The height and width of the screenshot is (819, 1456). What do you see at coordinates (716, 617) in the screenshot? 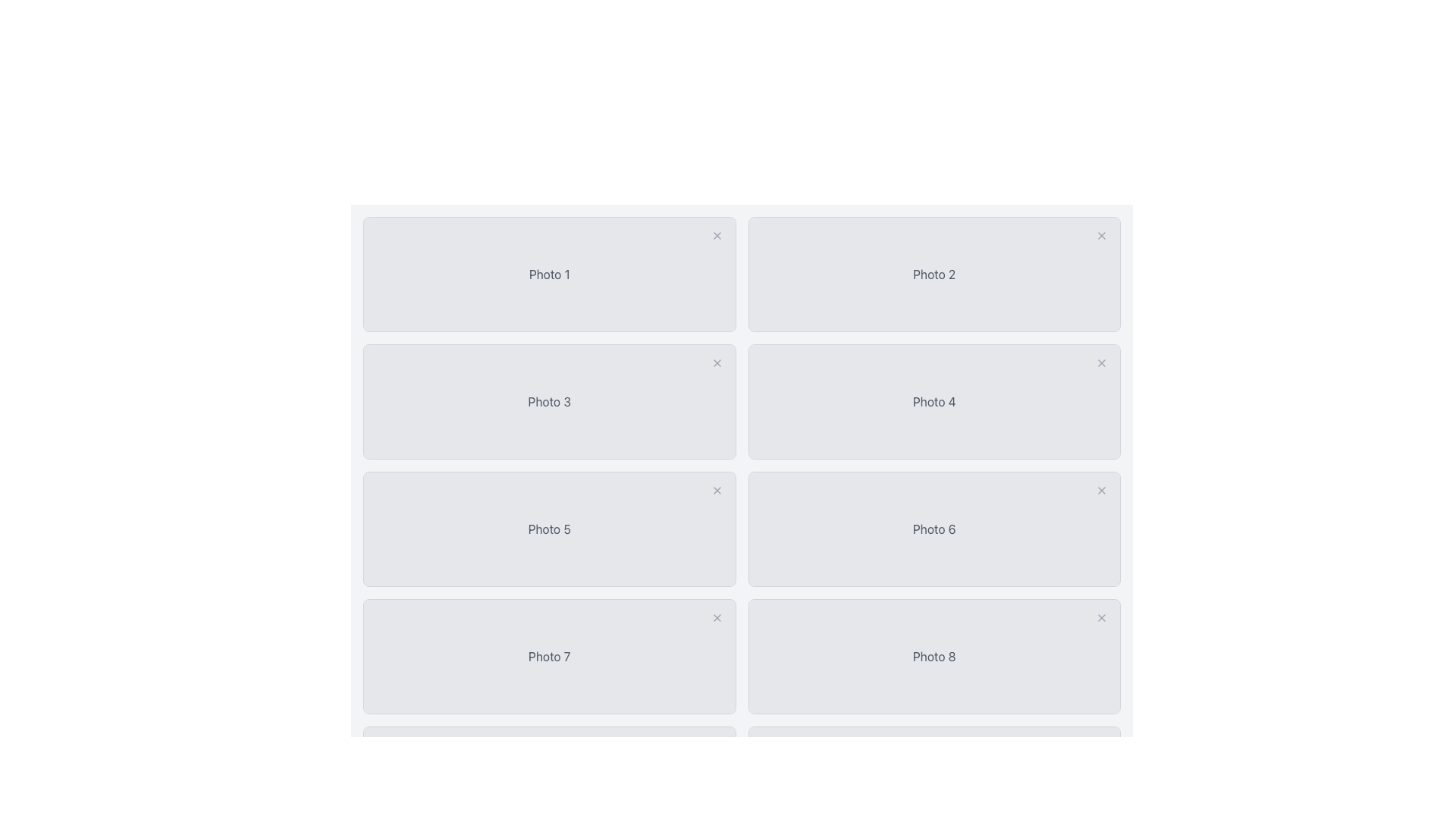
I see `the 'X' icon button located at the upper-right corner of the 'Photo 7' component` at bounding box center [716, 617].